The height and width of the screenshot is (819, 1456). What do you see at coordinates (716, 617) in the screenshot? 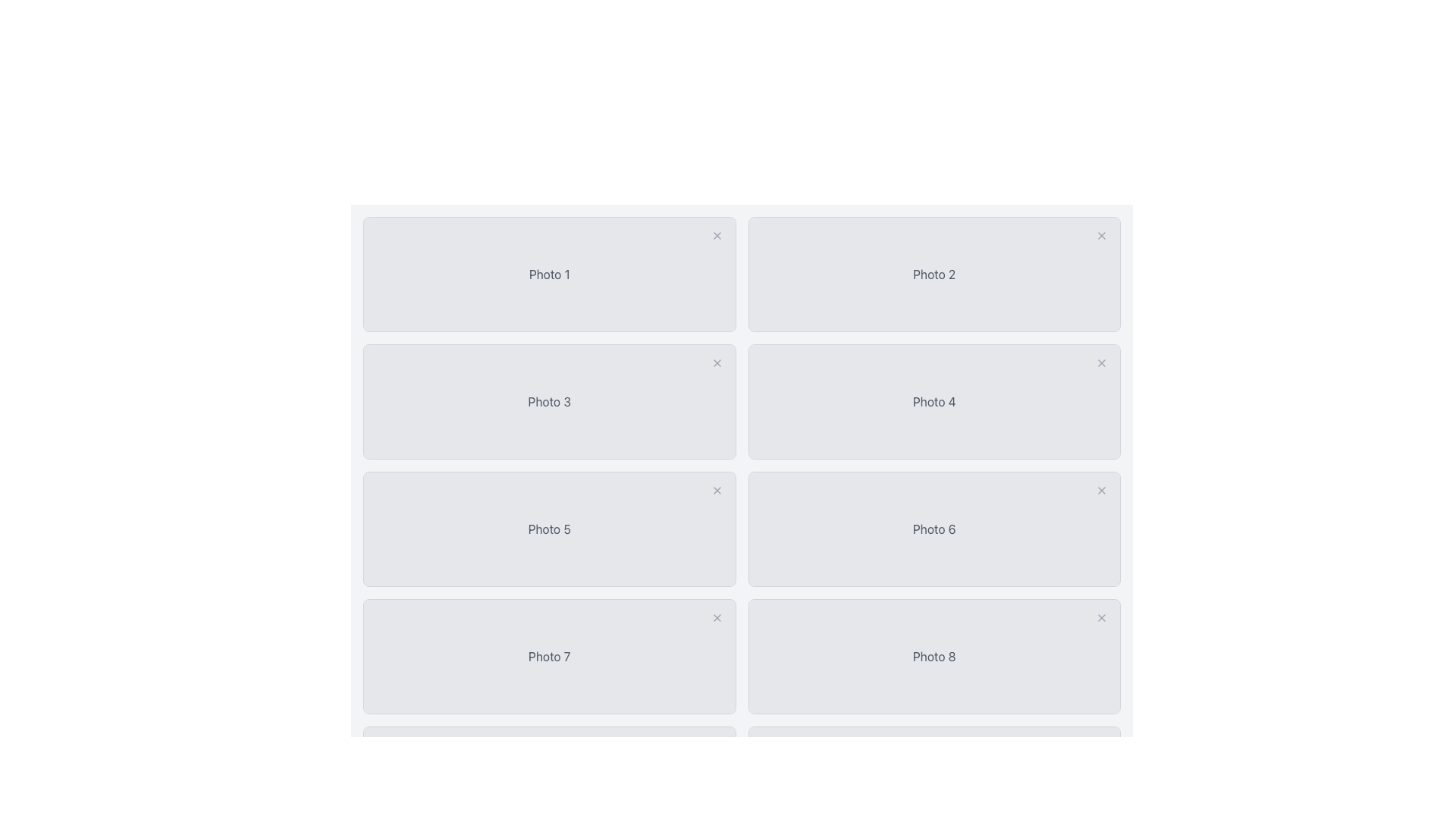
I see `the 'X' icon button located at the upper-right corner of the 'Photo 7' component` at bounding box center [716, 617].